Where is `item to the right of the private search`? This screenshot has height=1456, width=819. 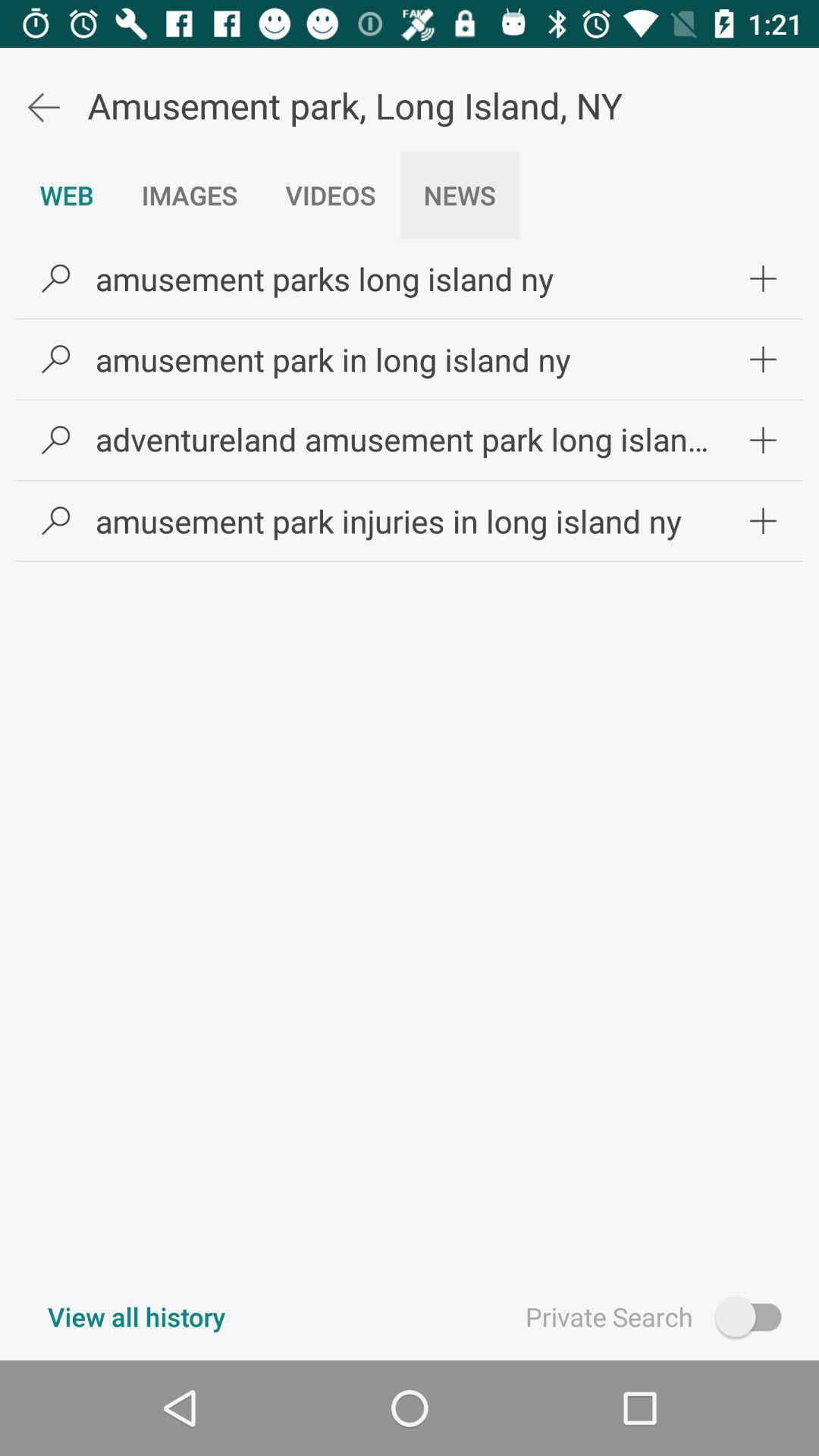 item to the right of the private search is located at coordinates (755, 1316).